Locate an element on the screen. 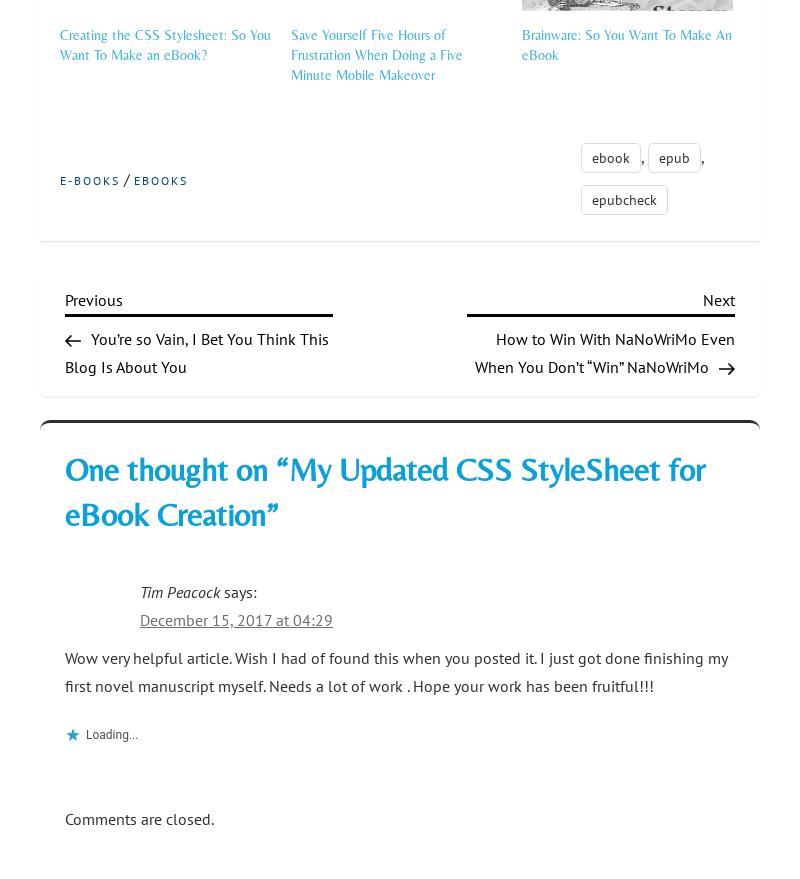  'Tim Peacock' is located at coordinates (179, 590).